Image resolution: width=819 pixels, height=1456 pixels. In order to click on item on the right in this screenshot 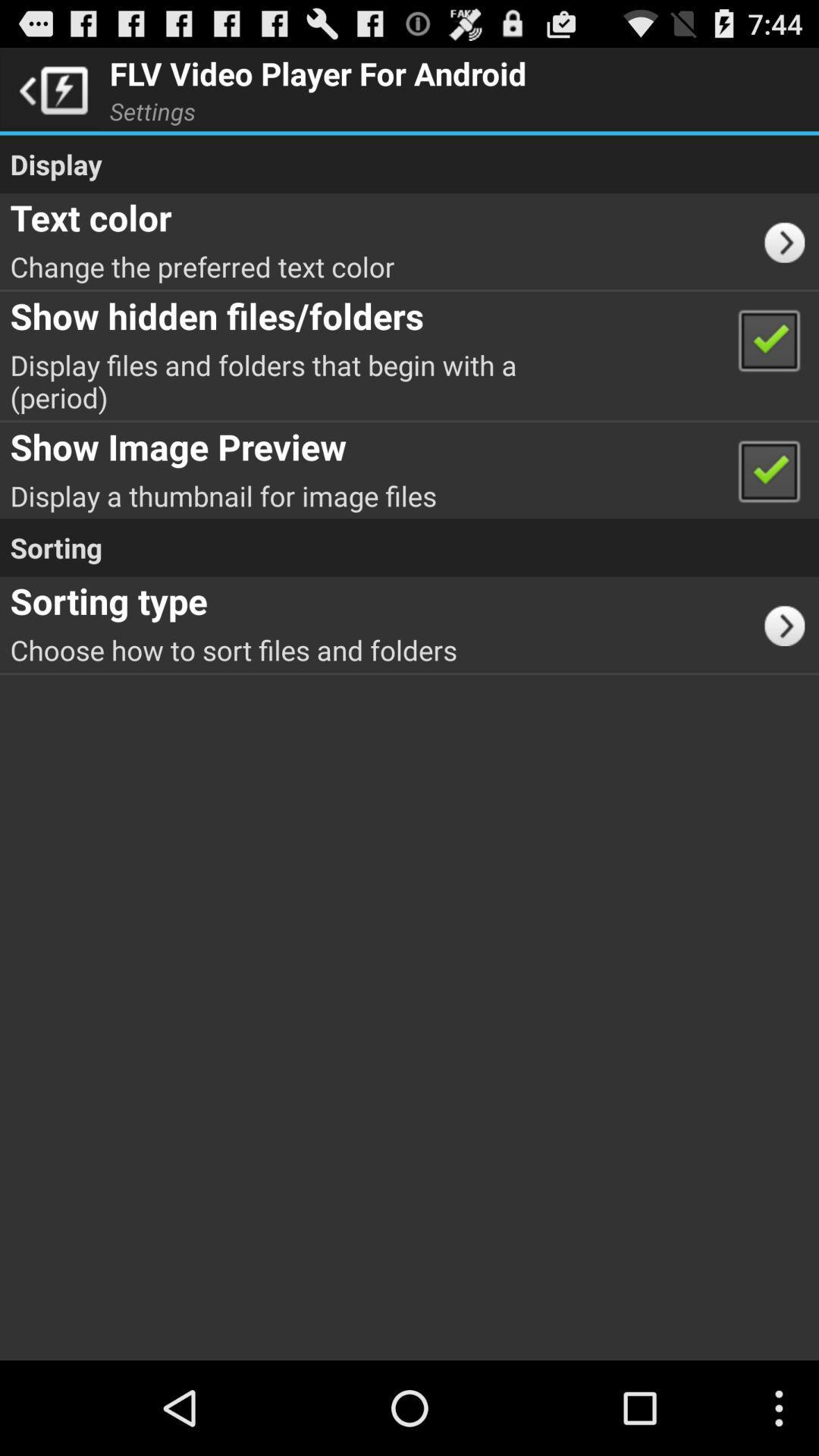, I will do `click(789, 624)`.